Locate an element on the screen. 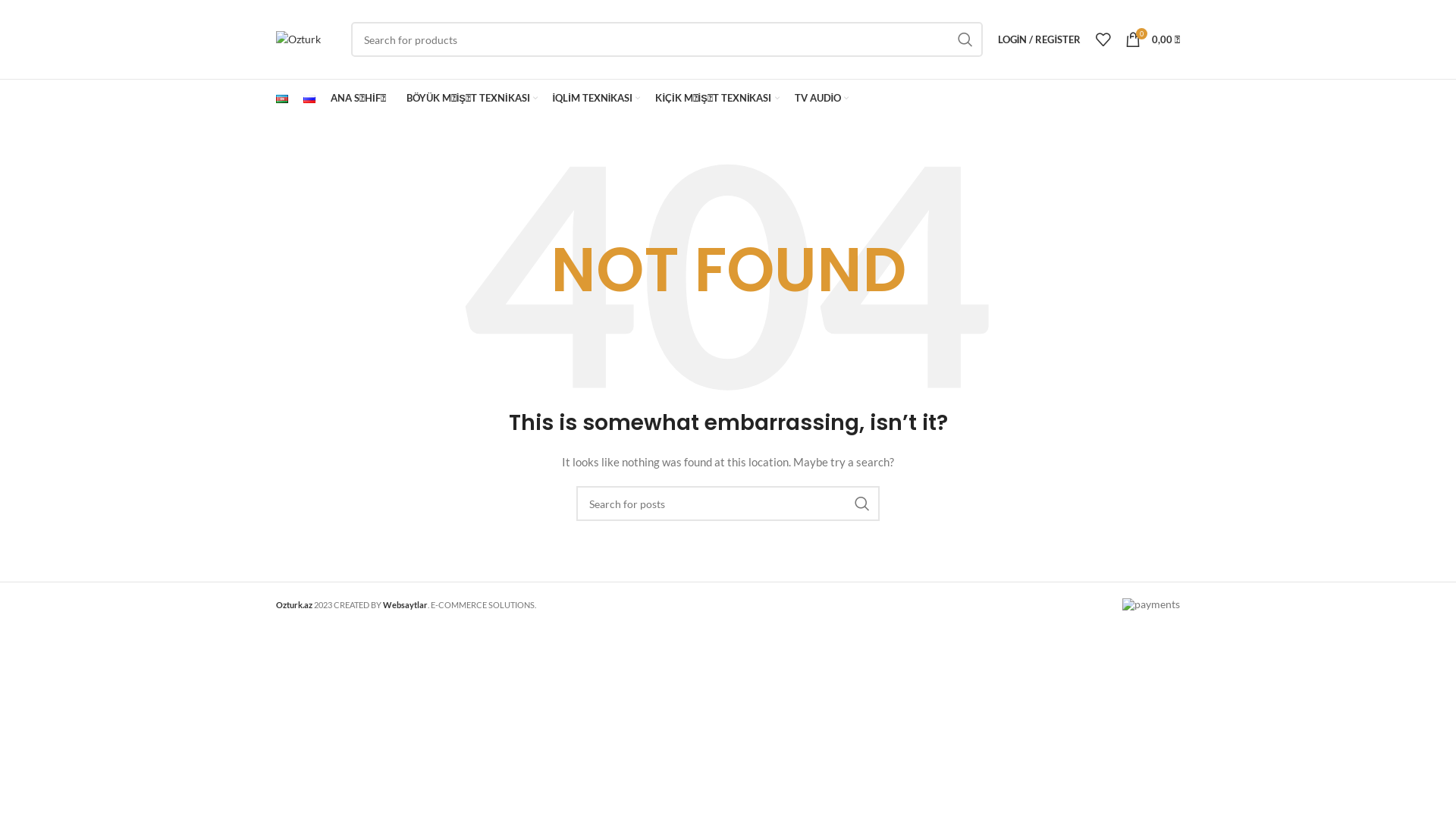  'LOGIN / REGISTER' is located at coordinates (1038, 38).